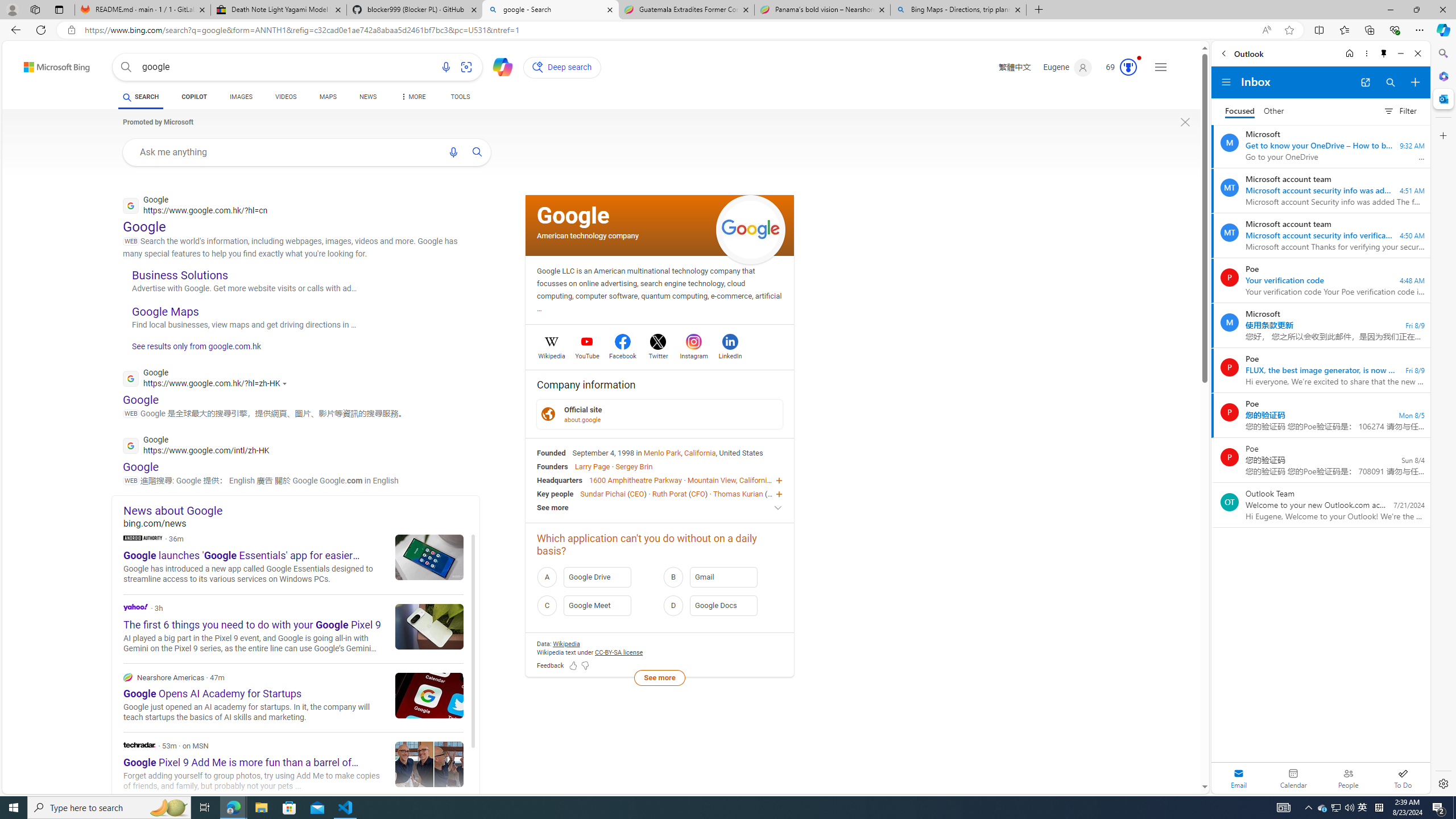  I want to click on 'Split screen', so click(1319, 29).